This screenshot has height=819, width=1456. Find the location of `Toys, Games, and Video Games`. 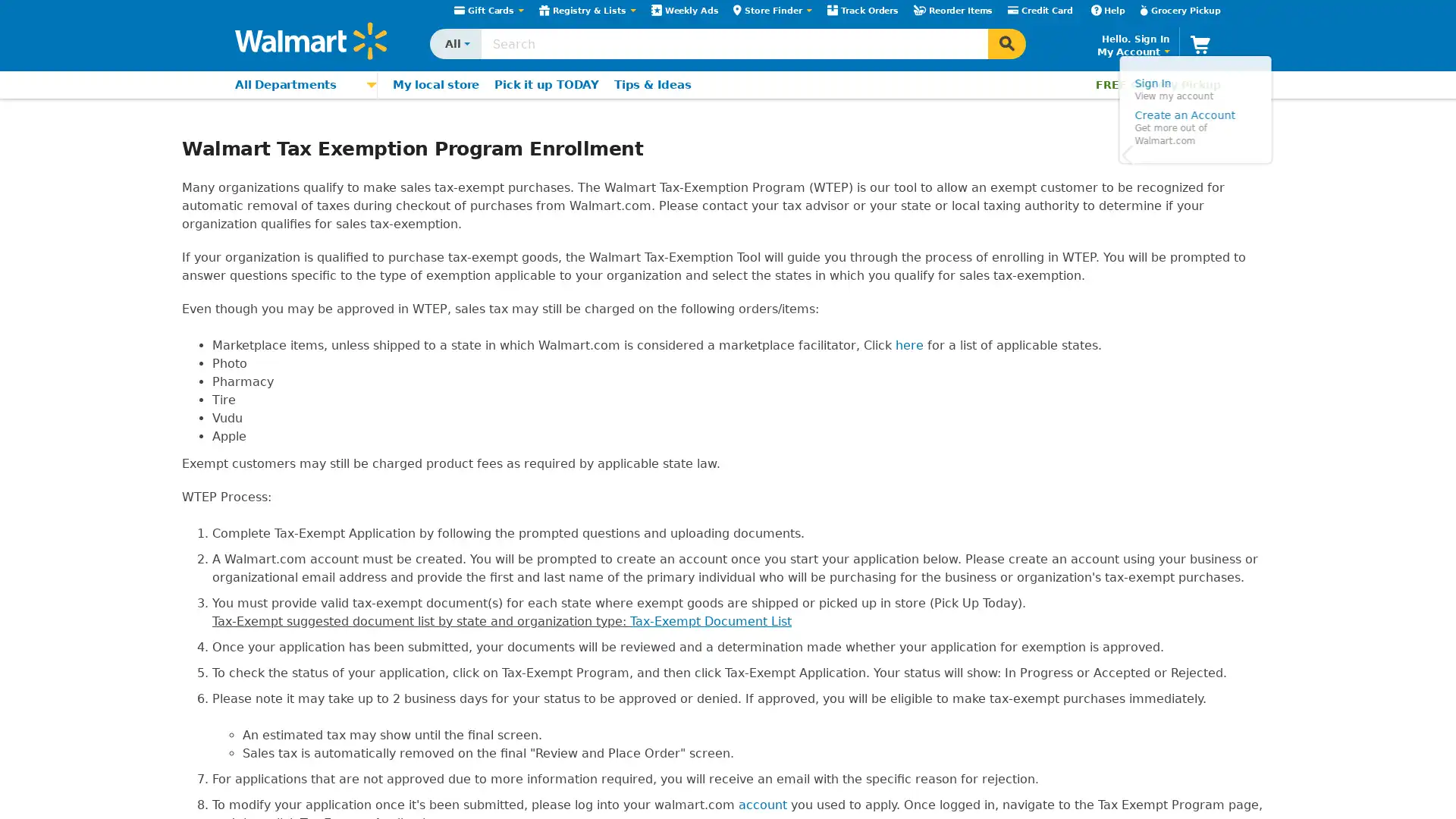

Toys, Games, and Video Games is located at coordinates (294, 284).